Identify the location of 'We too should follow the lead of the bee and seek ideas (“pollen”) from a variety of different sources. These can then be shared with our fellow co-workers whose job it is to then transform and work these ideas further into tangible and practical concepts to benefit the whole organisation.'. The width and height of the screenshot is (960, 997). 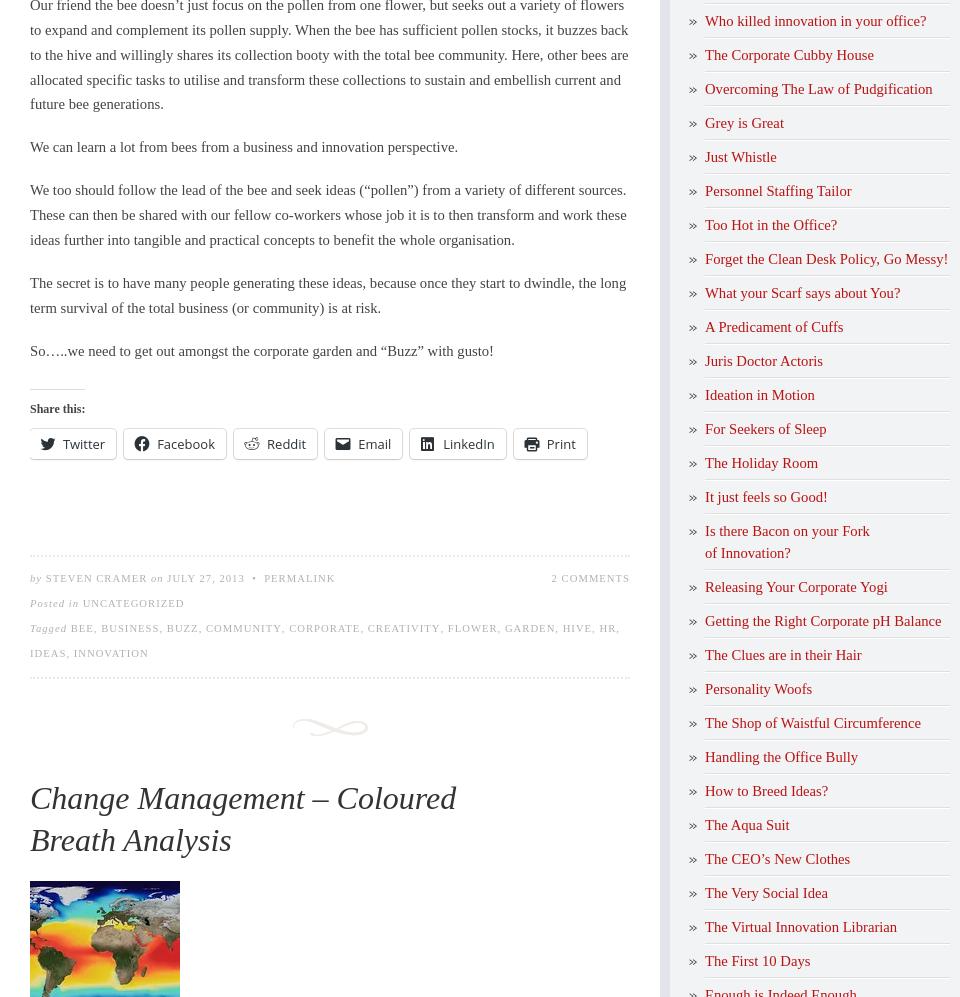
(328, 214).